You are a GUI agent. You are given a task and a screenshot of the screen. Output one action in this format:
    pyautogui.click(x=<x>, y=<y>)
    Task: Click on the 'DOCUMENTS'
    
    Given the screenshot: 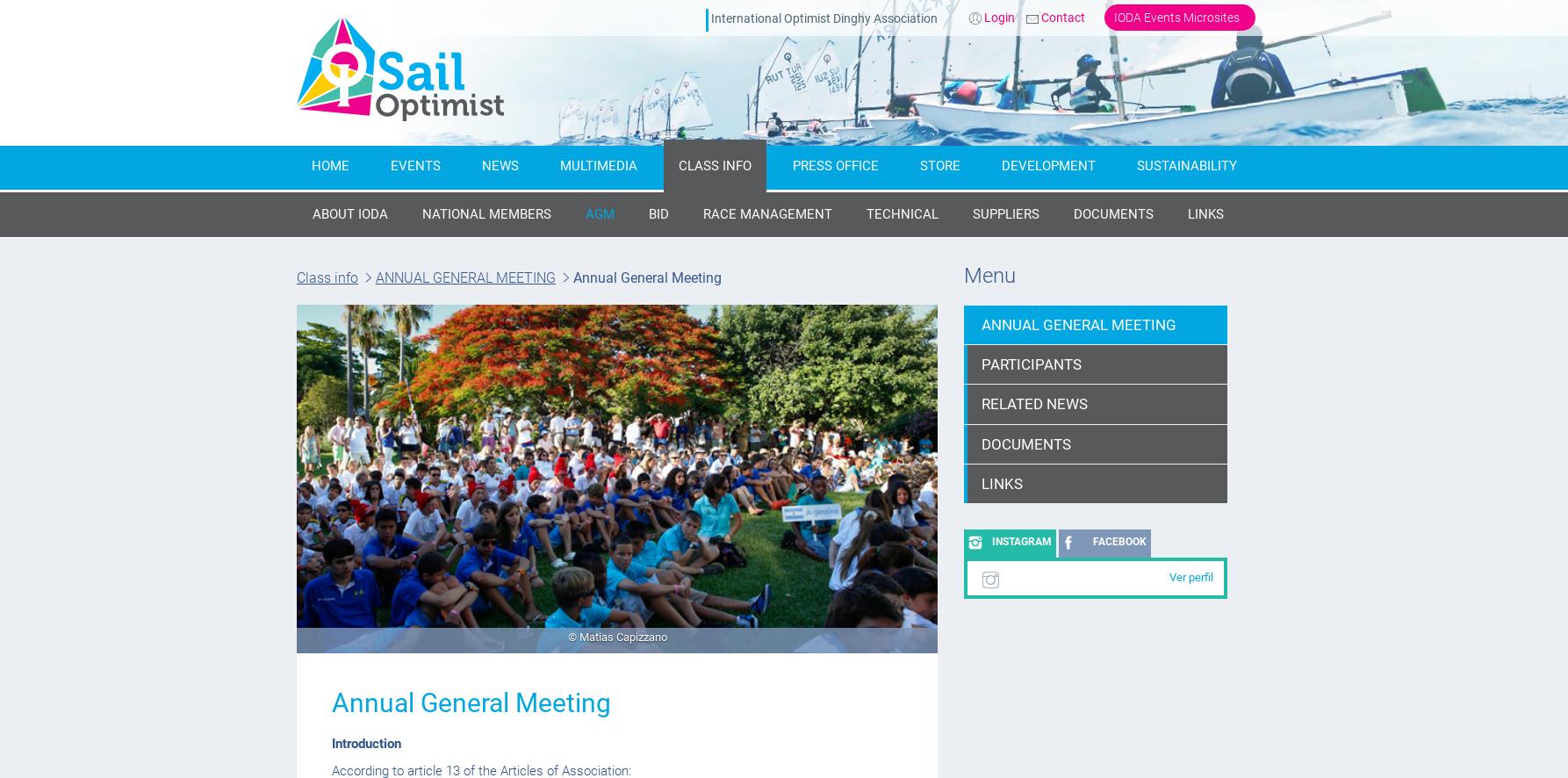 What is the action you would take?
    pyautogui.click(x=1074, y=213)
    